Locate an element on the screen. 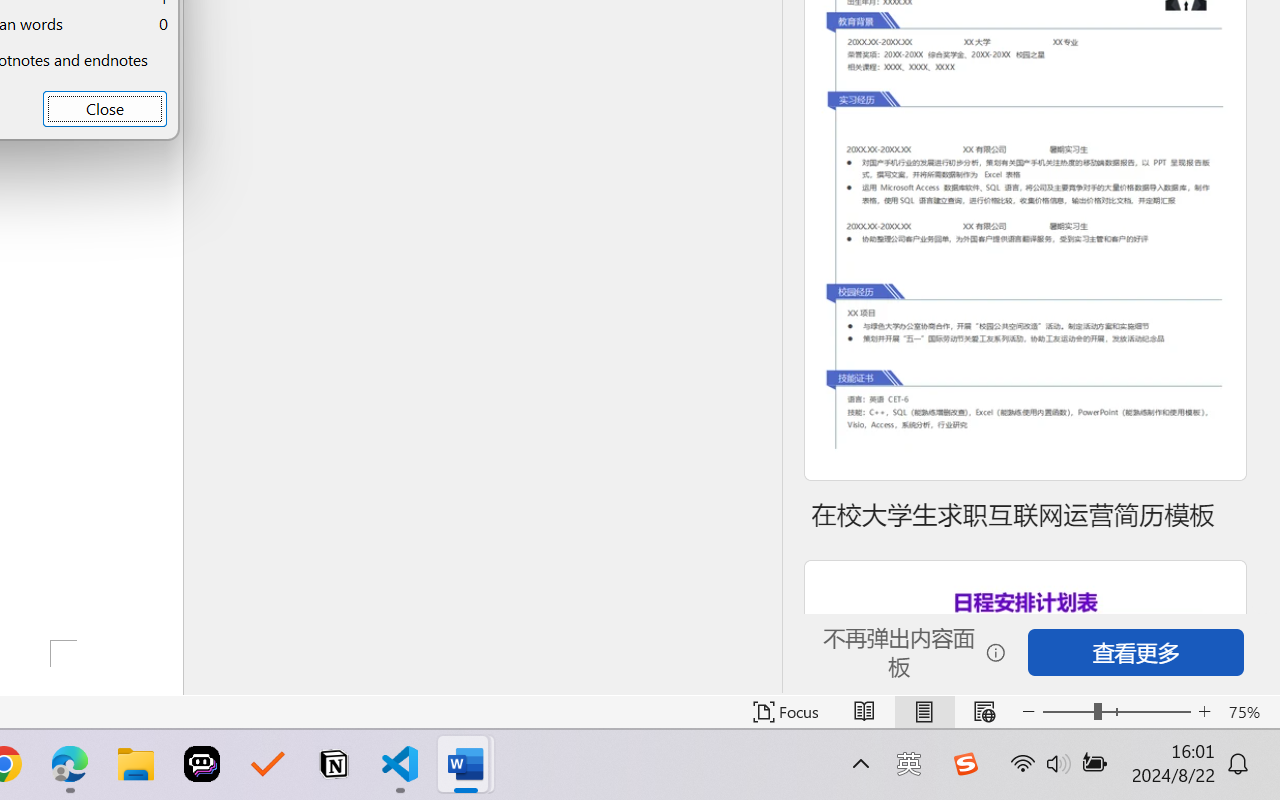  'Read Mode' is located at coordinates (864, 711).